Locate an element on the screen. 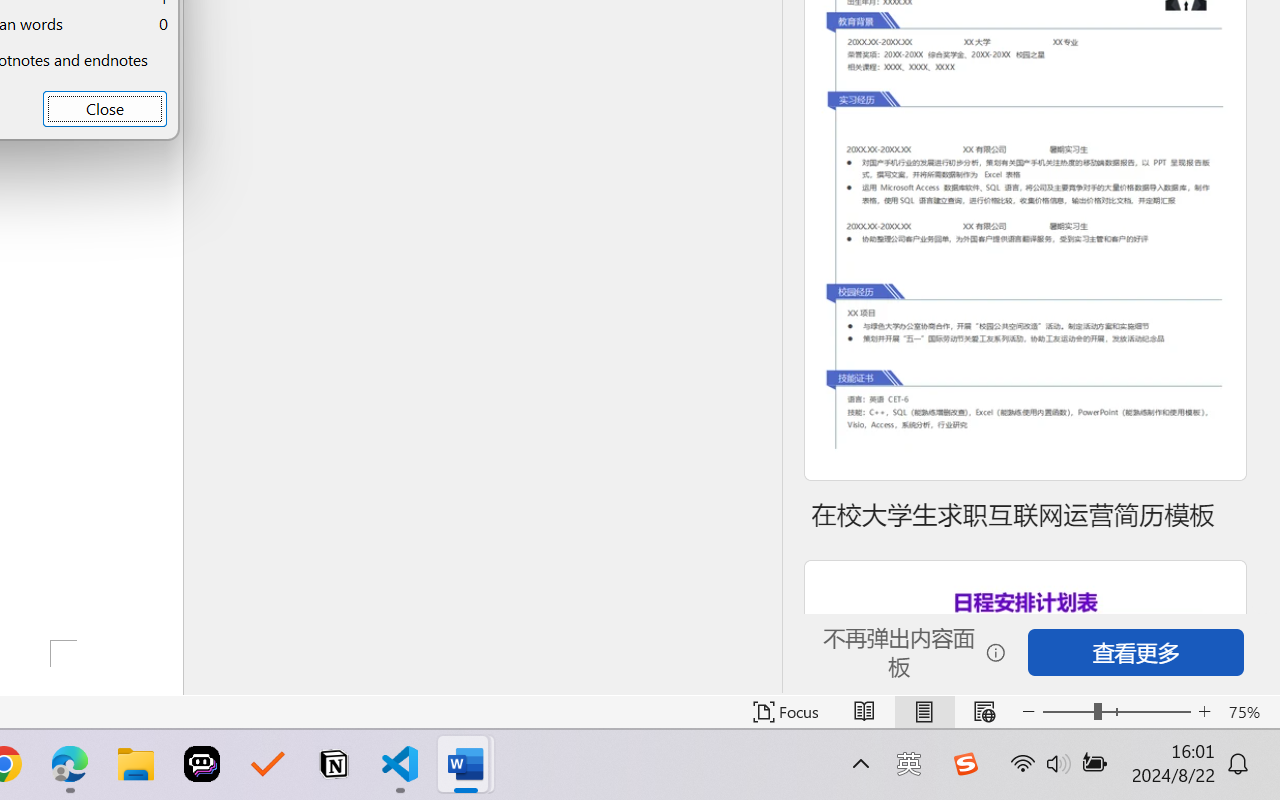  'Read Mode' is located at coordinates (864, 711).